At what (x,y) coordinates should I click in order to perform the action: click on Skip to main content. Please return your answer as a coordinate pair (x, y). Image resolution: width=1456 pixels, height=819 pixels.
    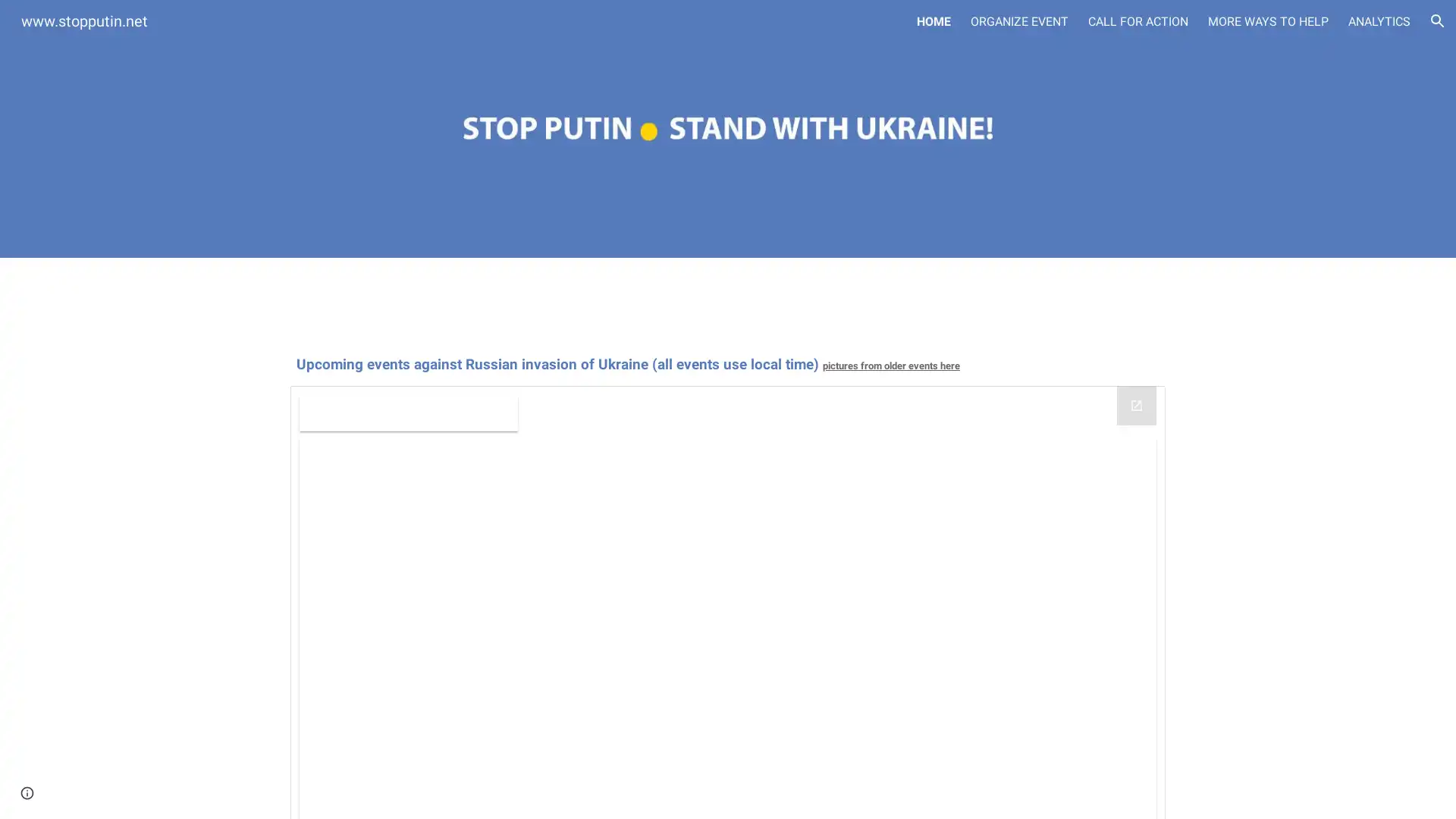
    Looking at the image, I should click on (597, 28).